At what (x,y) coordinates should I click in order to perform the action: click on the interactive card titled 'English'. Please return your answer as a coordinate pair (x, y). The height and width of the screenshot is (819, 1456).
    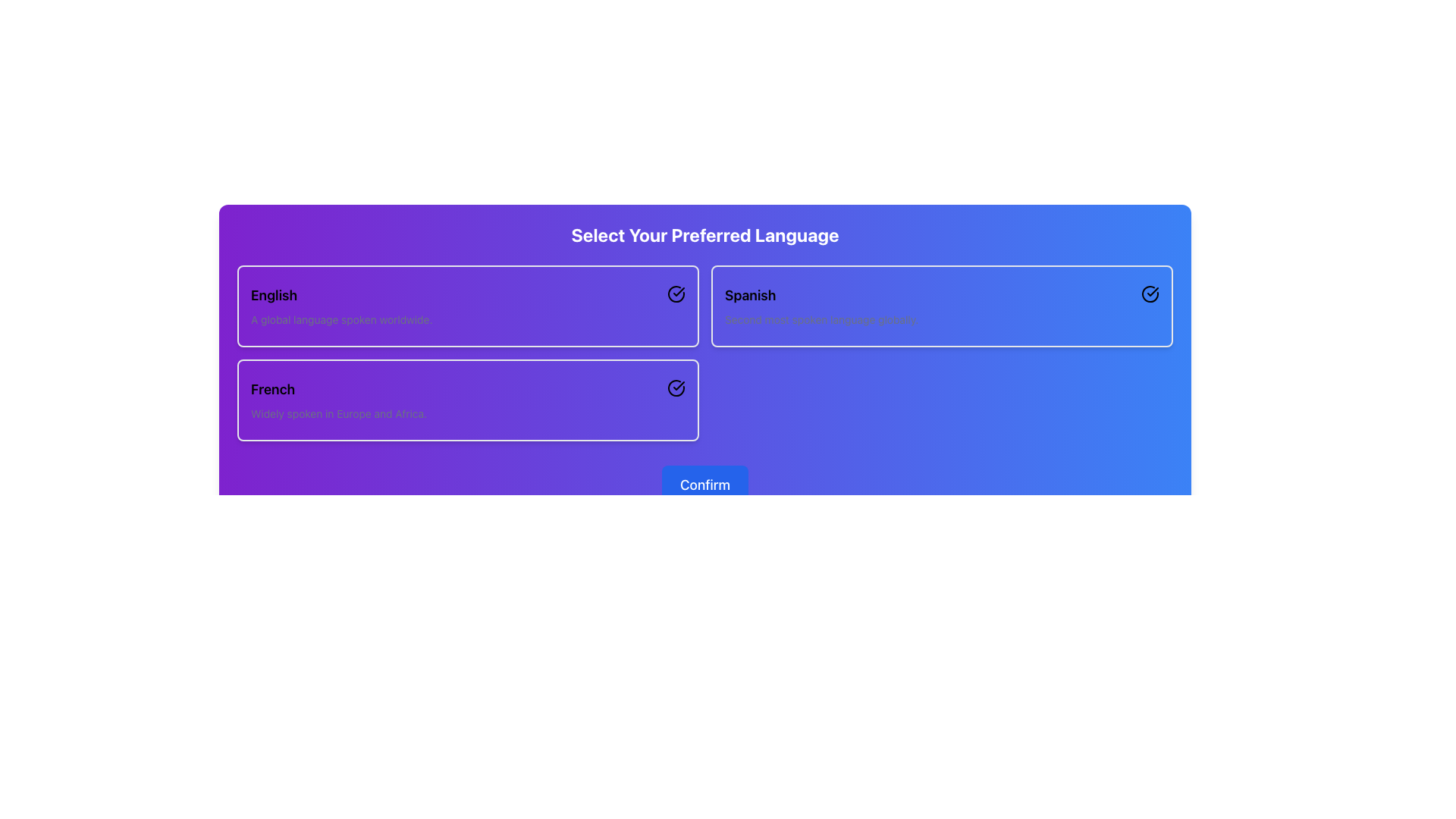
    Looking at the image, I should click on (467, 306).